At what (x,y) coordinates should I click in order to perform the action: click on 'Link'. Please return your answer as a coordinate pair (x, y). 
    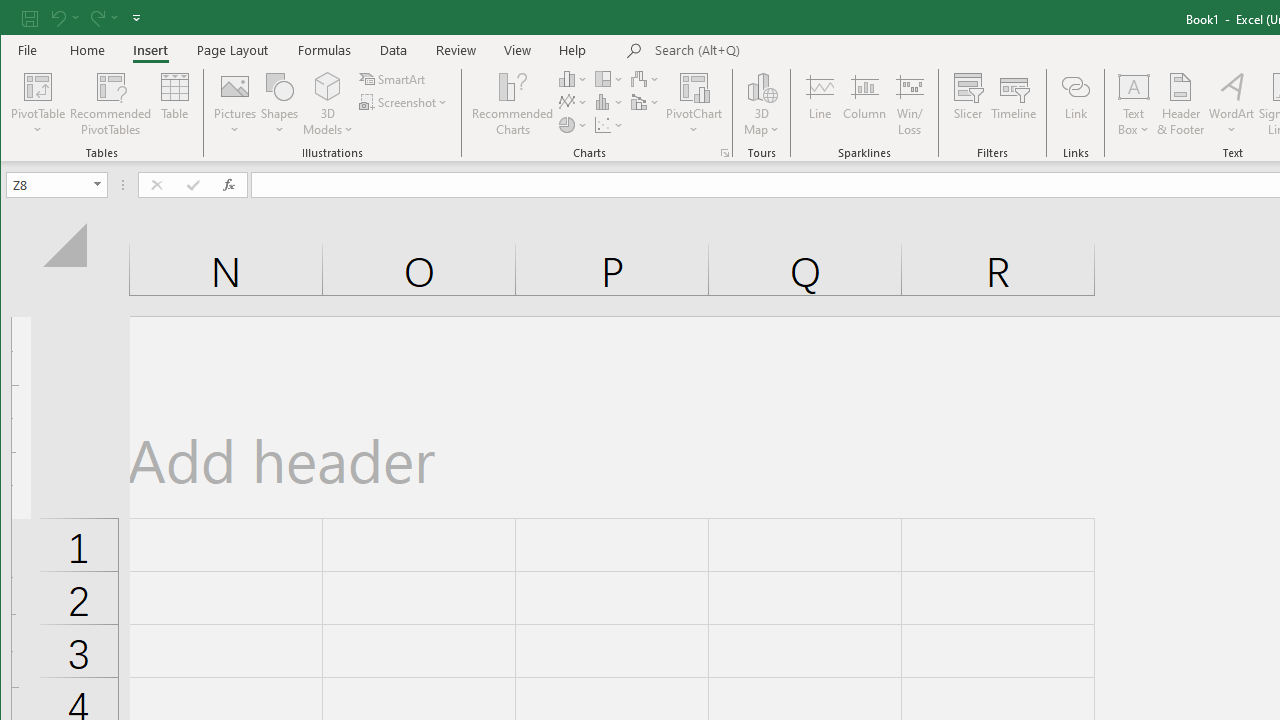
    Looking at the image, I should click on (1074, 104).